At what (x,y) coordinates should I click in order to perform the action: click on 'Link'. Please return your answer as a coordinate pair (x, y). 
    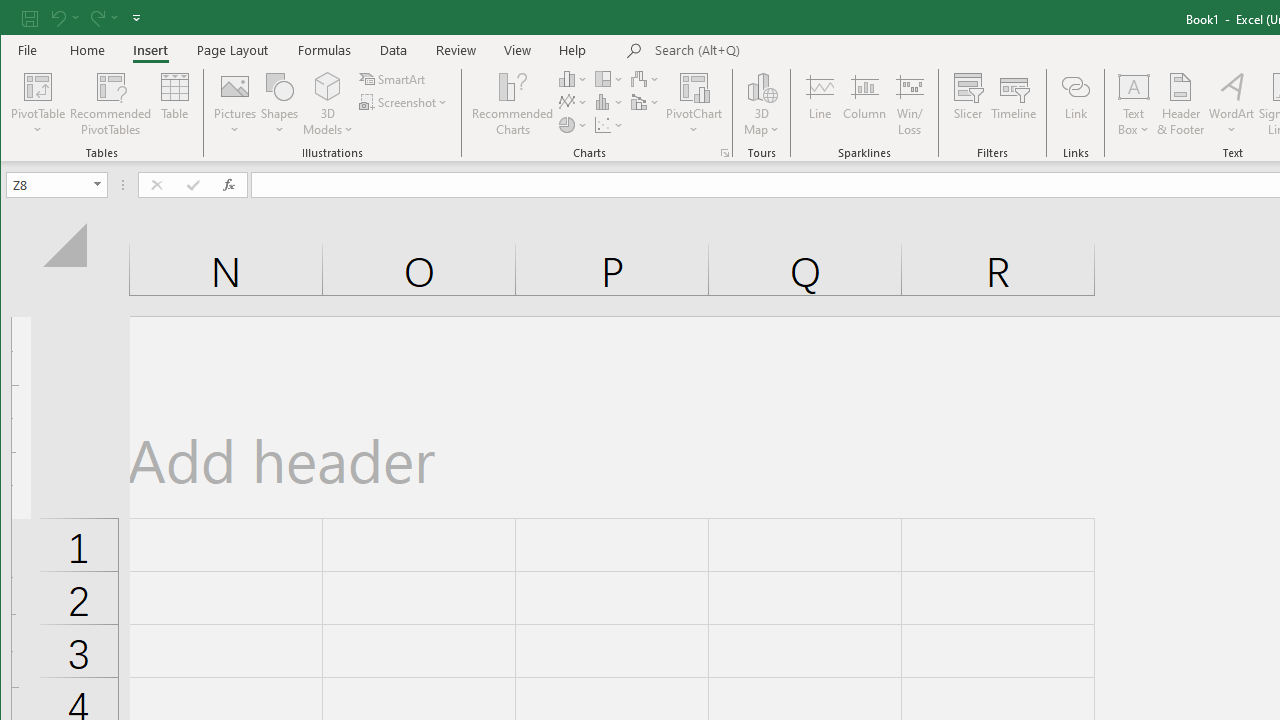
    Looking at the image, I should click on (1074, 104).